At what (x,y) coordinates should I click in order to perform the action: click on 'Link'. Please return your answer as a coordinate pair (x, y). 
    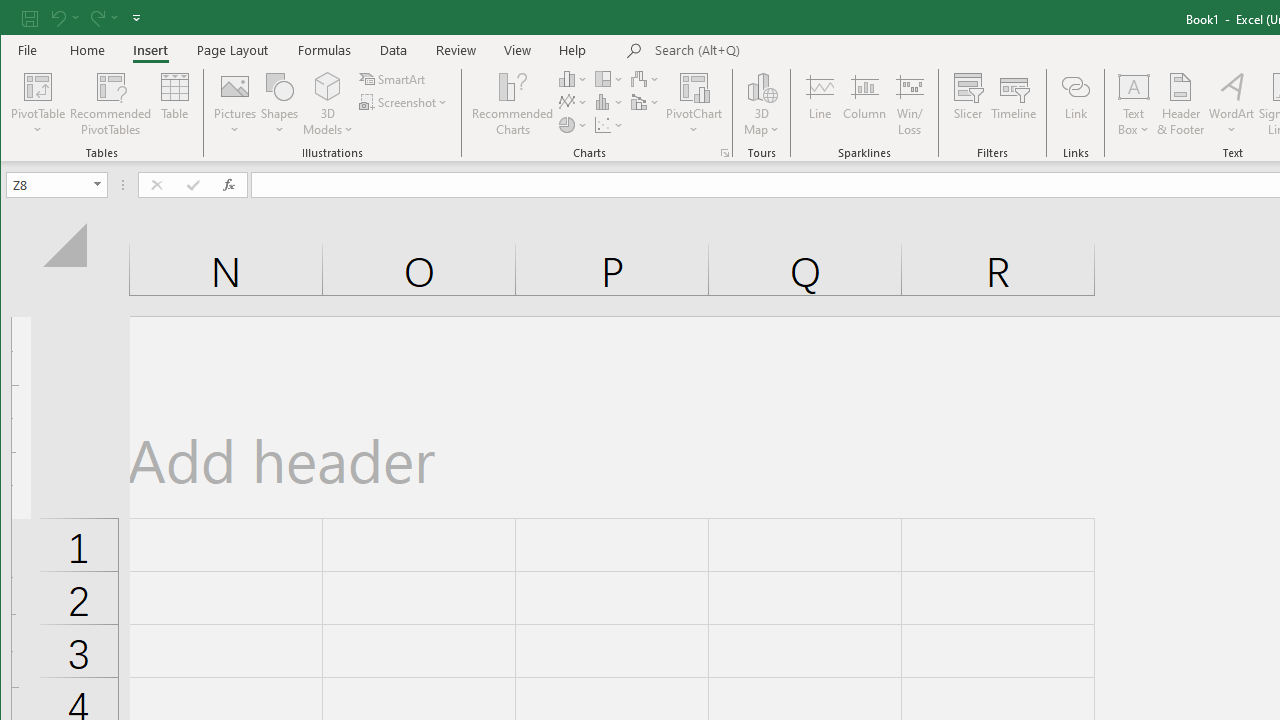
    Looking at the image, I should click on (1074, 104).